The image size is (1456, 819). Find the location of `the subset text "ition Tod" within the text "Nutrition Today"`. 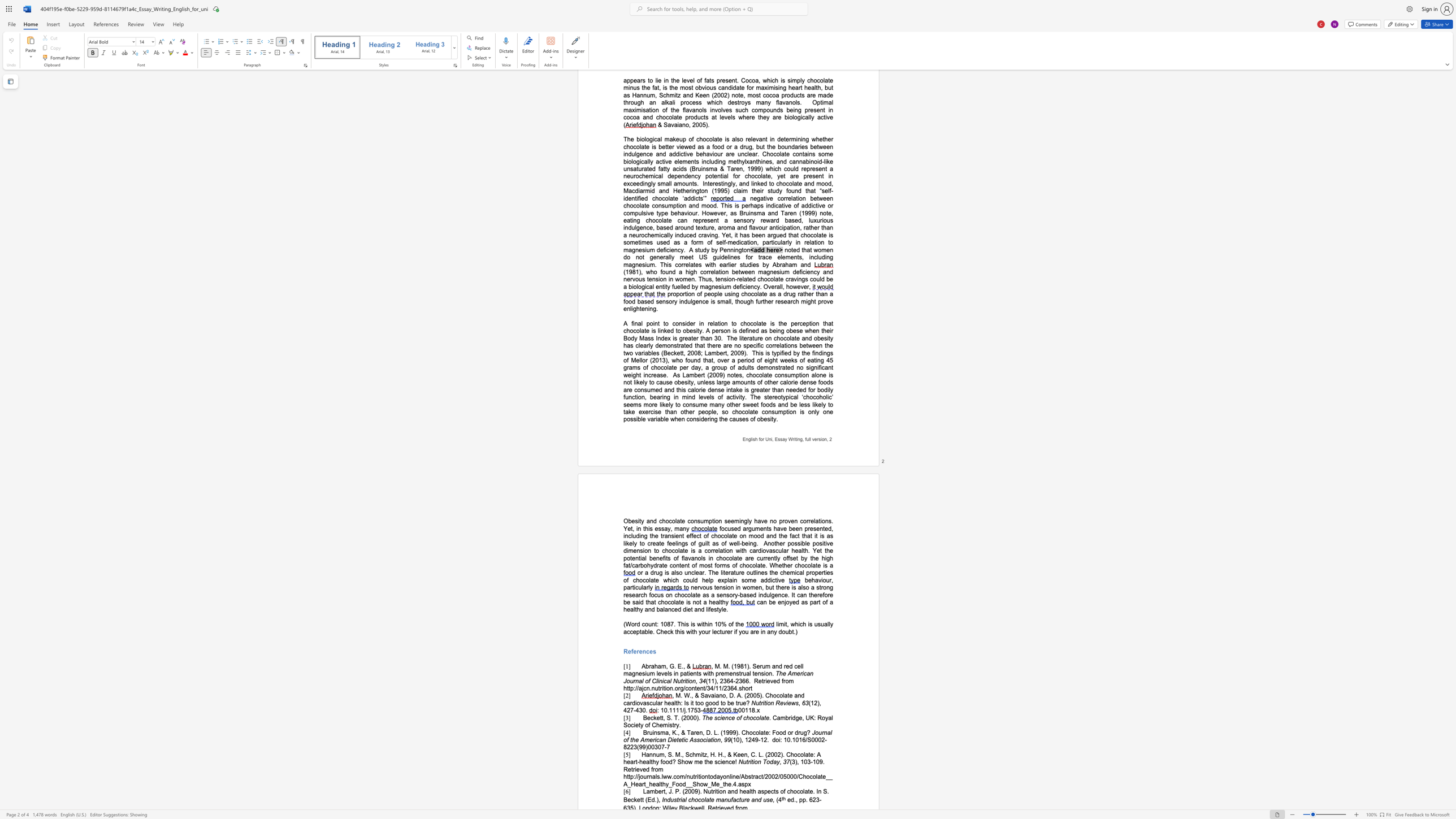

the subset text "ition Tod" within the text "Nutrition Today" is located at coordinates (749, 761).